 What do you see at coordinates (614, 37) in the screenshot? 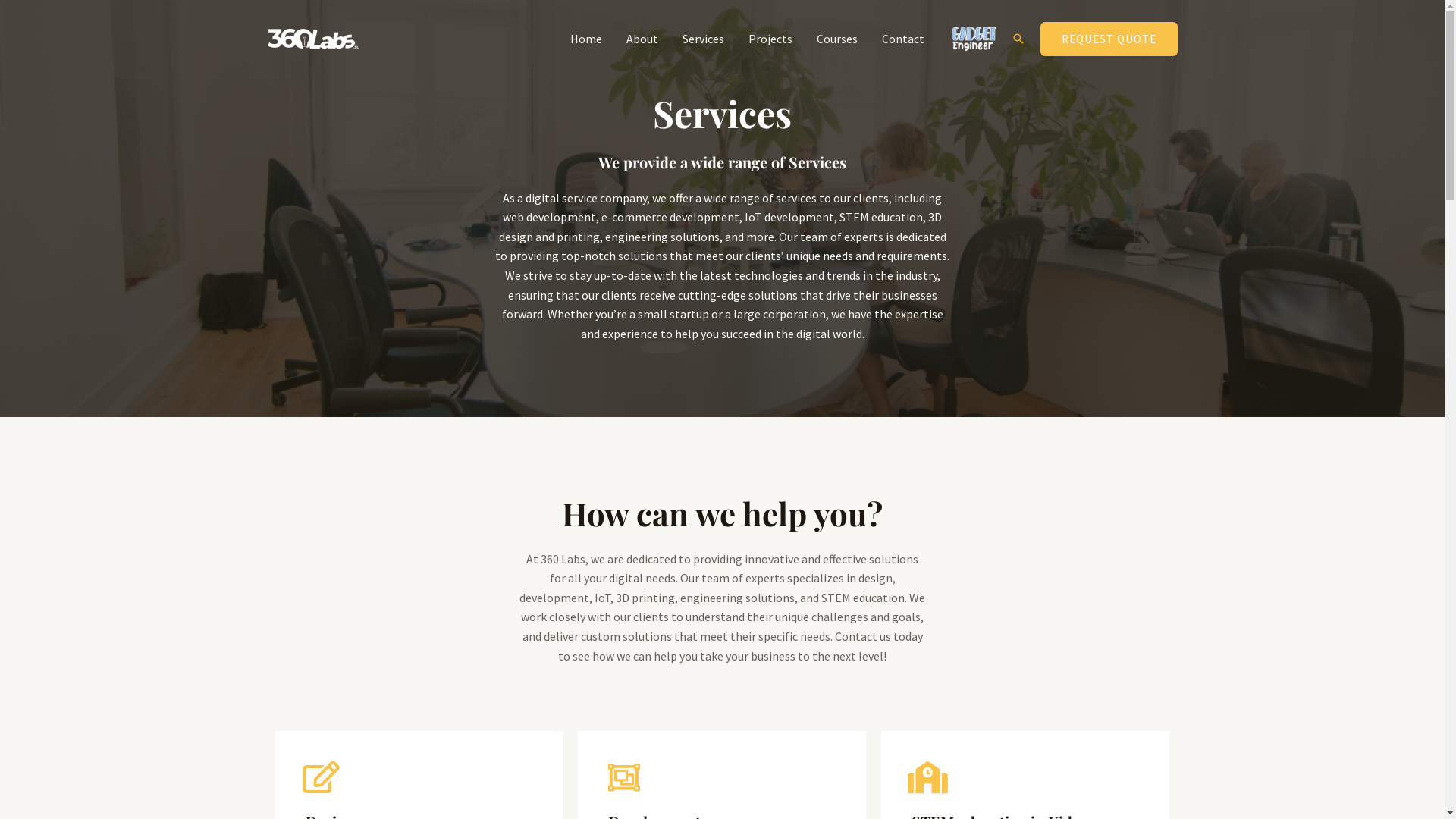
I see `'About'` at bounding box center [614, 37].